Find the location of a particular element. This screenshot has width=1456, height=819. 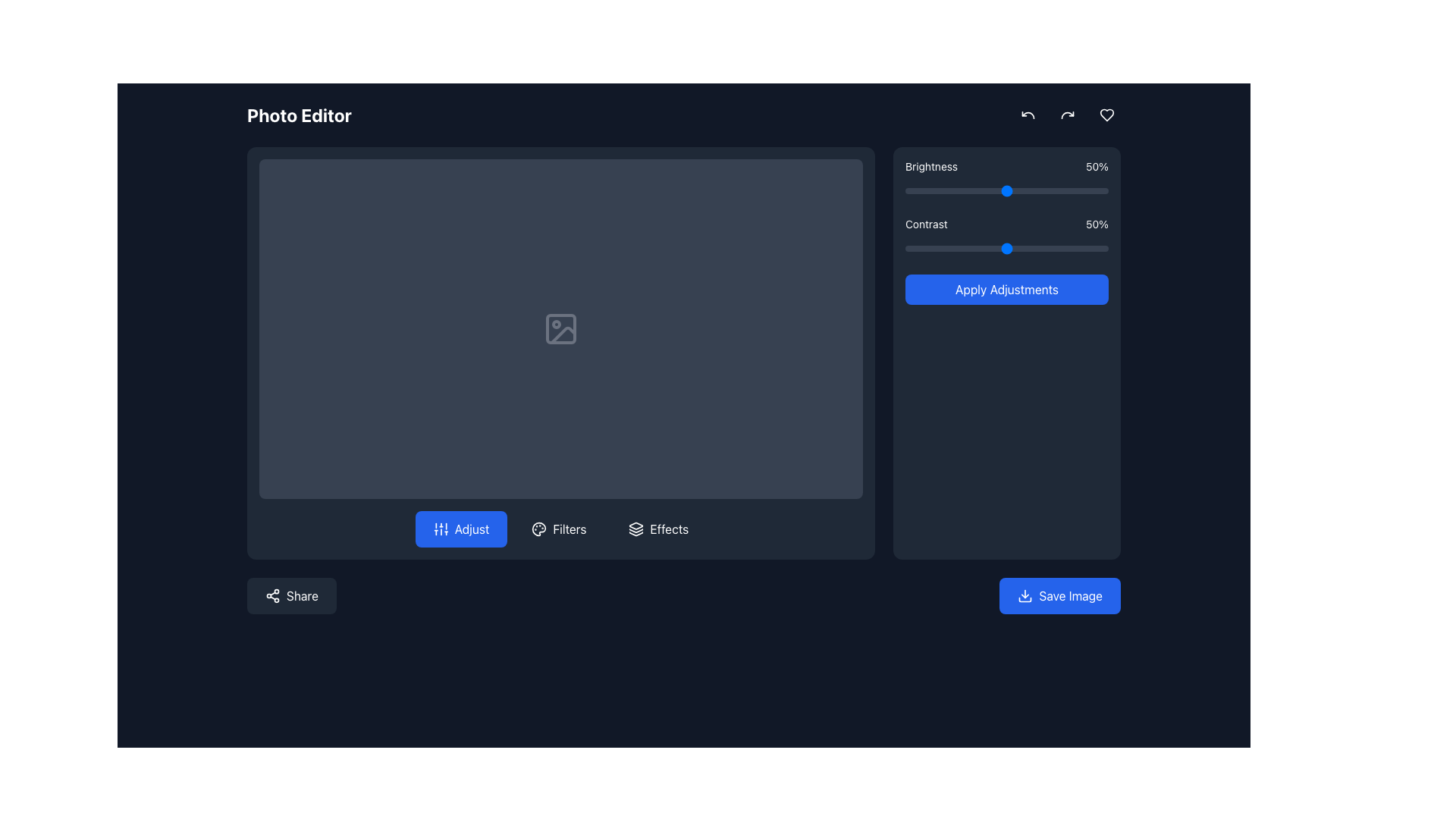

the text display element that shows '50%' in white font against a dark background, located in the contrast adjustment section of the right-side panel is located at coordinates (1097, 224).